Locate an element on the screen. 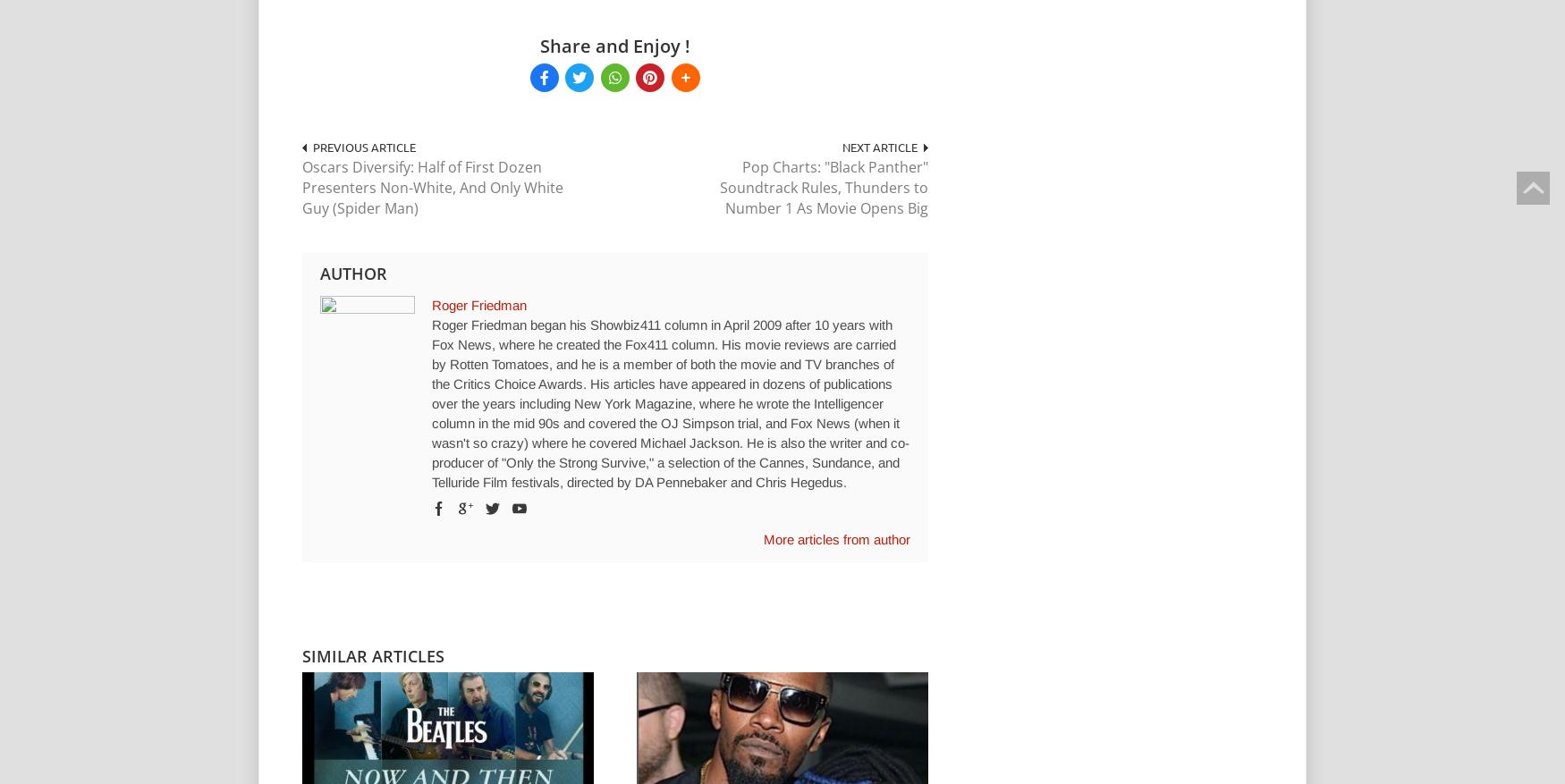  'Next article' is located at coordinates (878, 146).